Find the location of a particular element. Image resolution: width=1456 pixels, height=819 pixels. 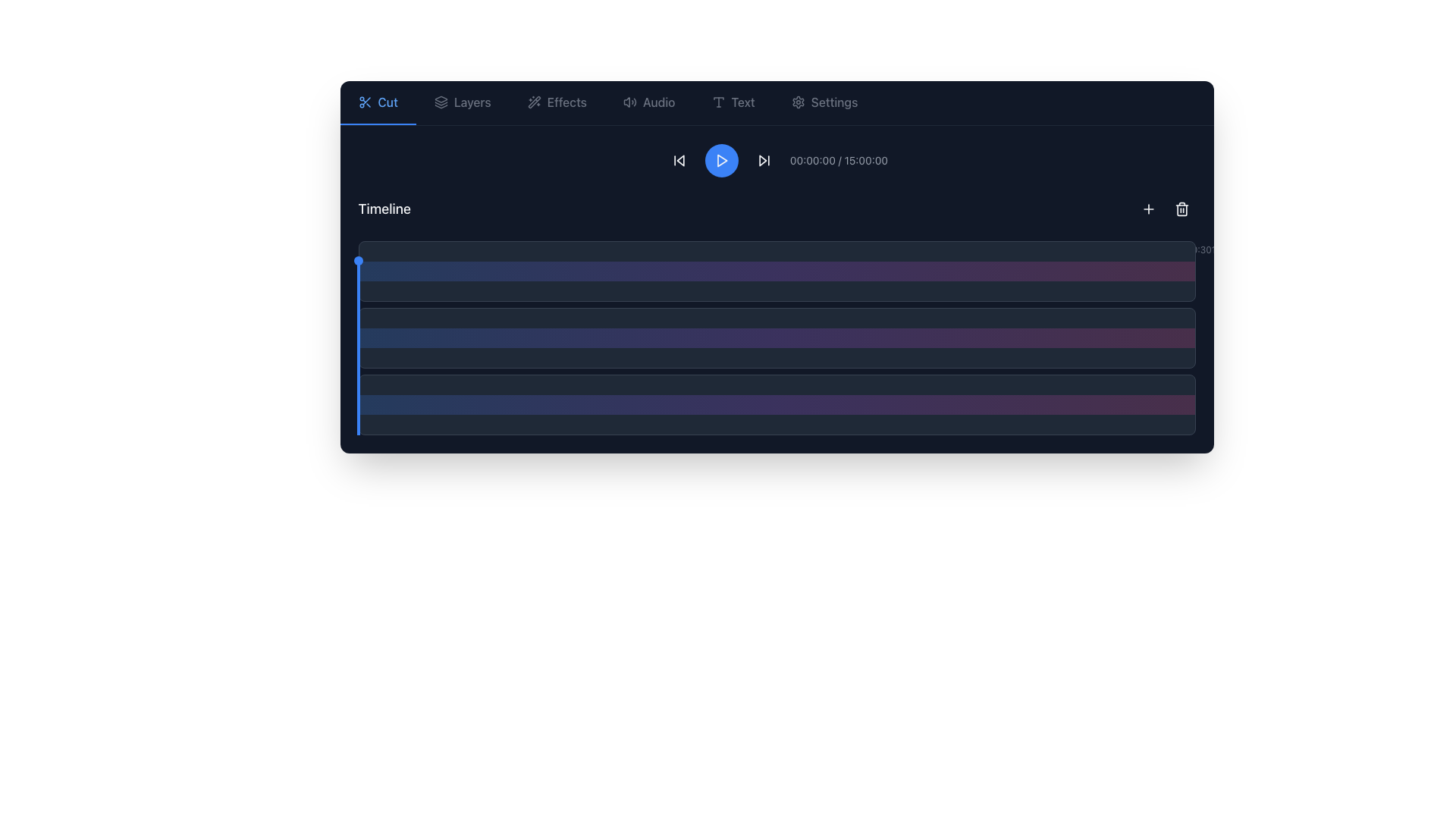

the text label indicating the time '4:15' located at the eighteenth position in the timeline bar to determine its position is located at coordinates (703, 249).